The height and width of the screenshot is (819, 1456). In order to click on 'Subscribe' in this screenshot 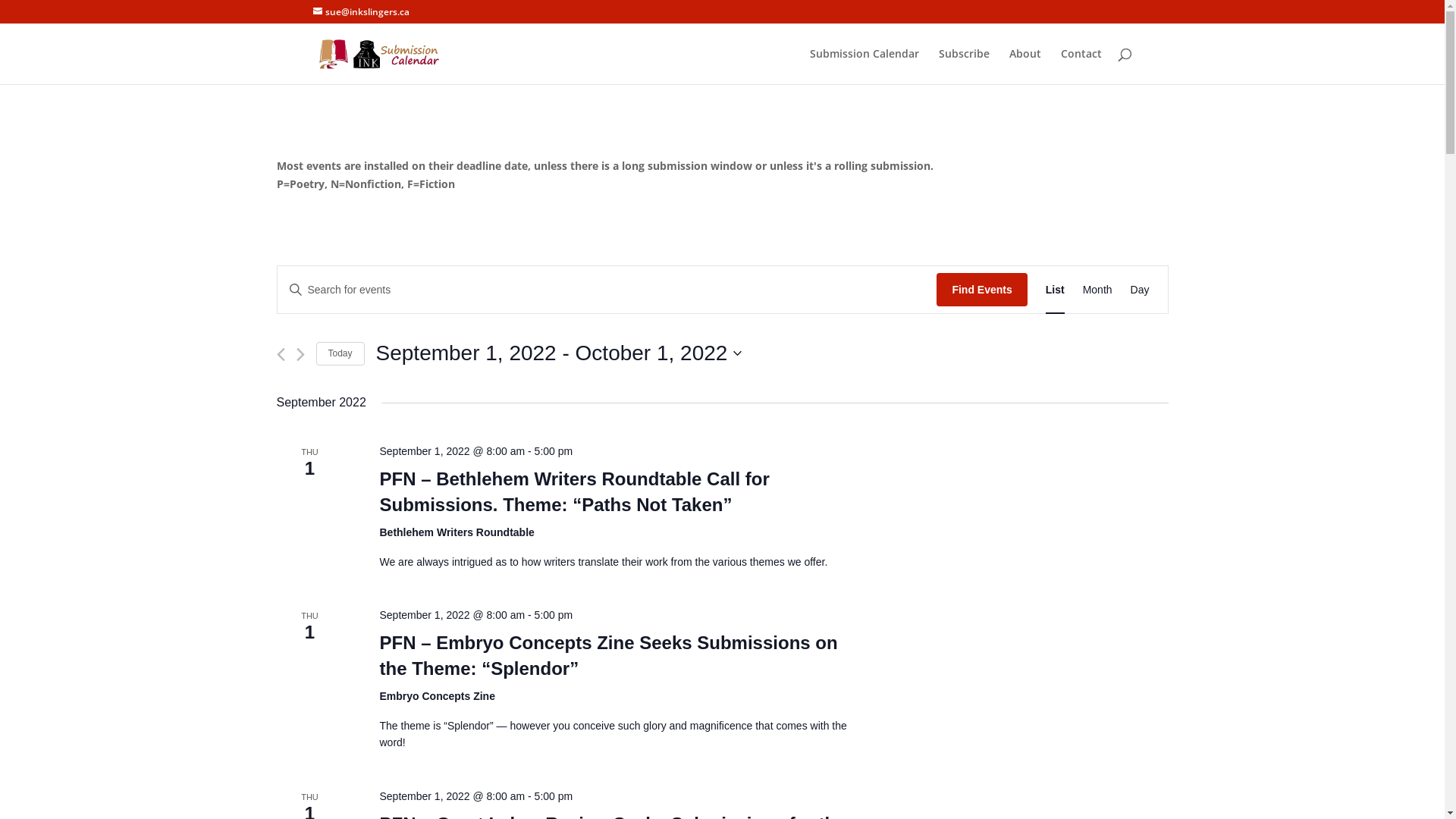, I will do `click(938, 65)`.